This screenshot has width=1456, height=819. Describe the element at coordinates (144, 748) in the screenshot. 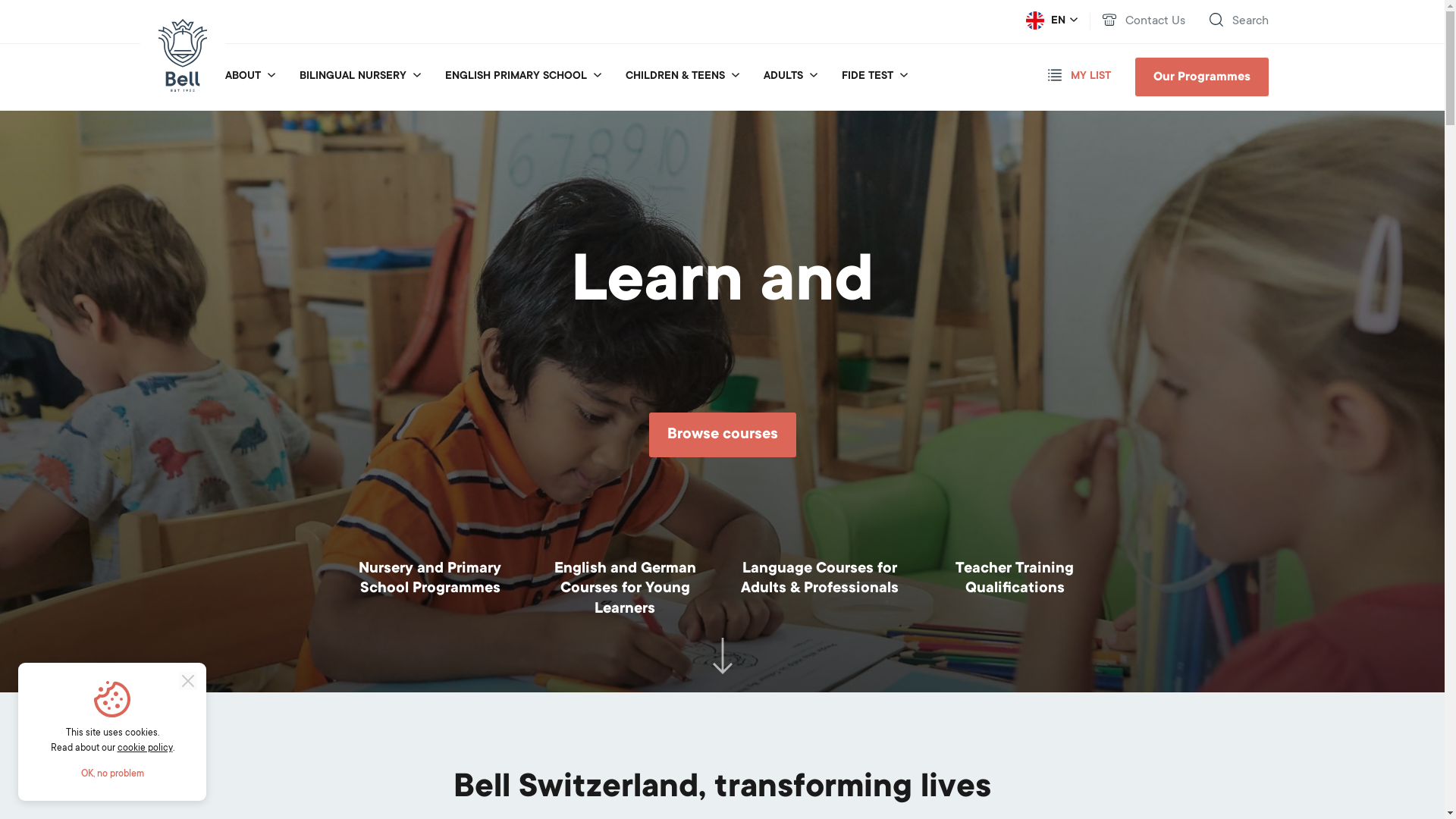

I see `'cookie policy'` at that location.